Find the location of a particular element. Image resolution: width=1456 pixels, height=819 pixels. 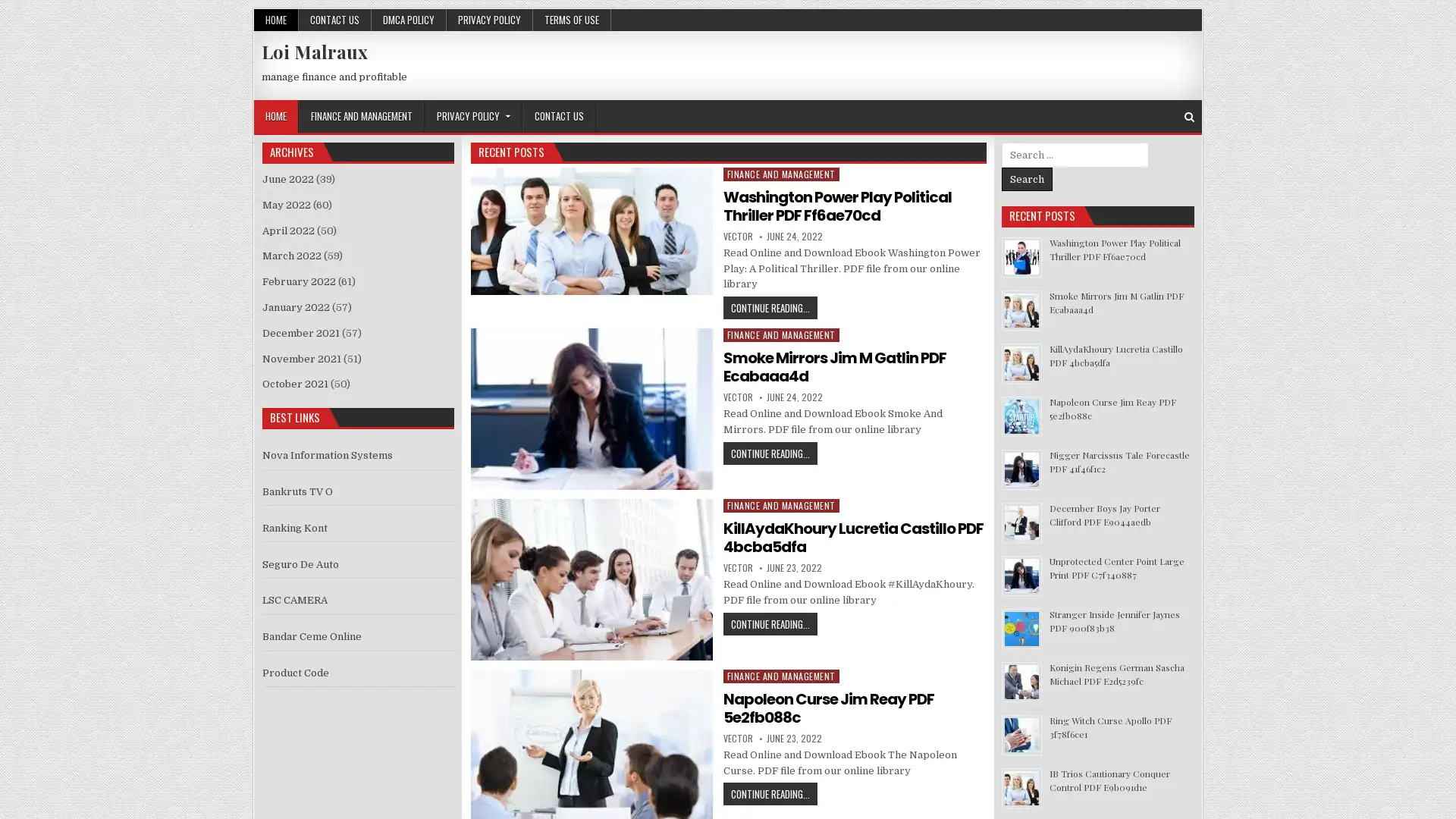

Search is located at coordinates (1027, 178).